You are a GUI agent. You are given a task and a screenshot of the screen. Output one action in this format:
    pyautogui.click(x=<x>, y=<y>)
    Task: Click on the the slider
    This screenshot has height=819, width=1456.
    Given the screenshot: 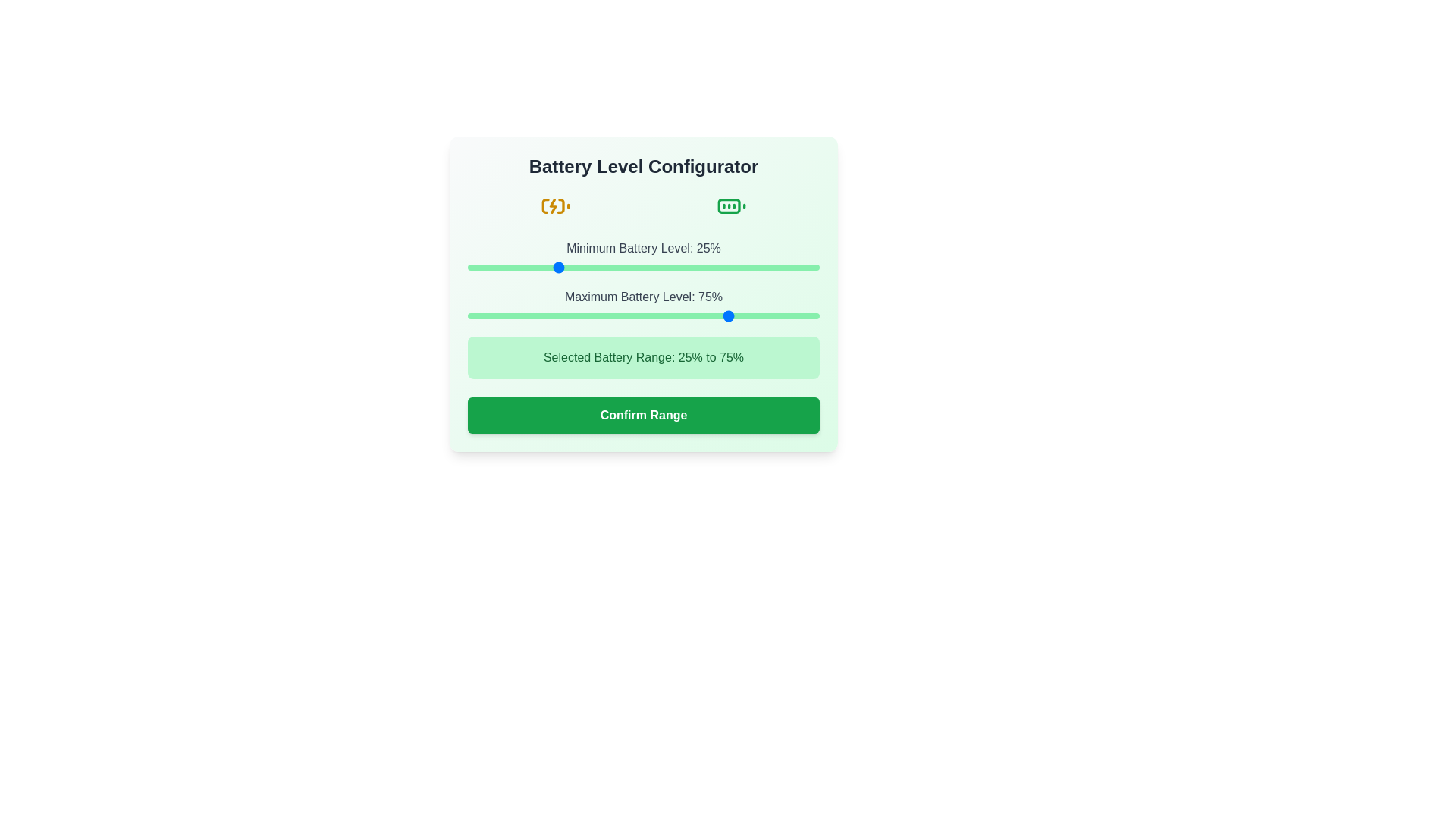 What is the action you would take?
    pyautogui.click(x=600, y=315)
    